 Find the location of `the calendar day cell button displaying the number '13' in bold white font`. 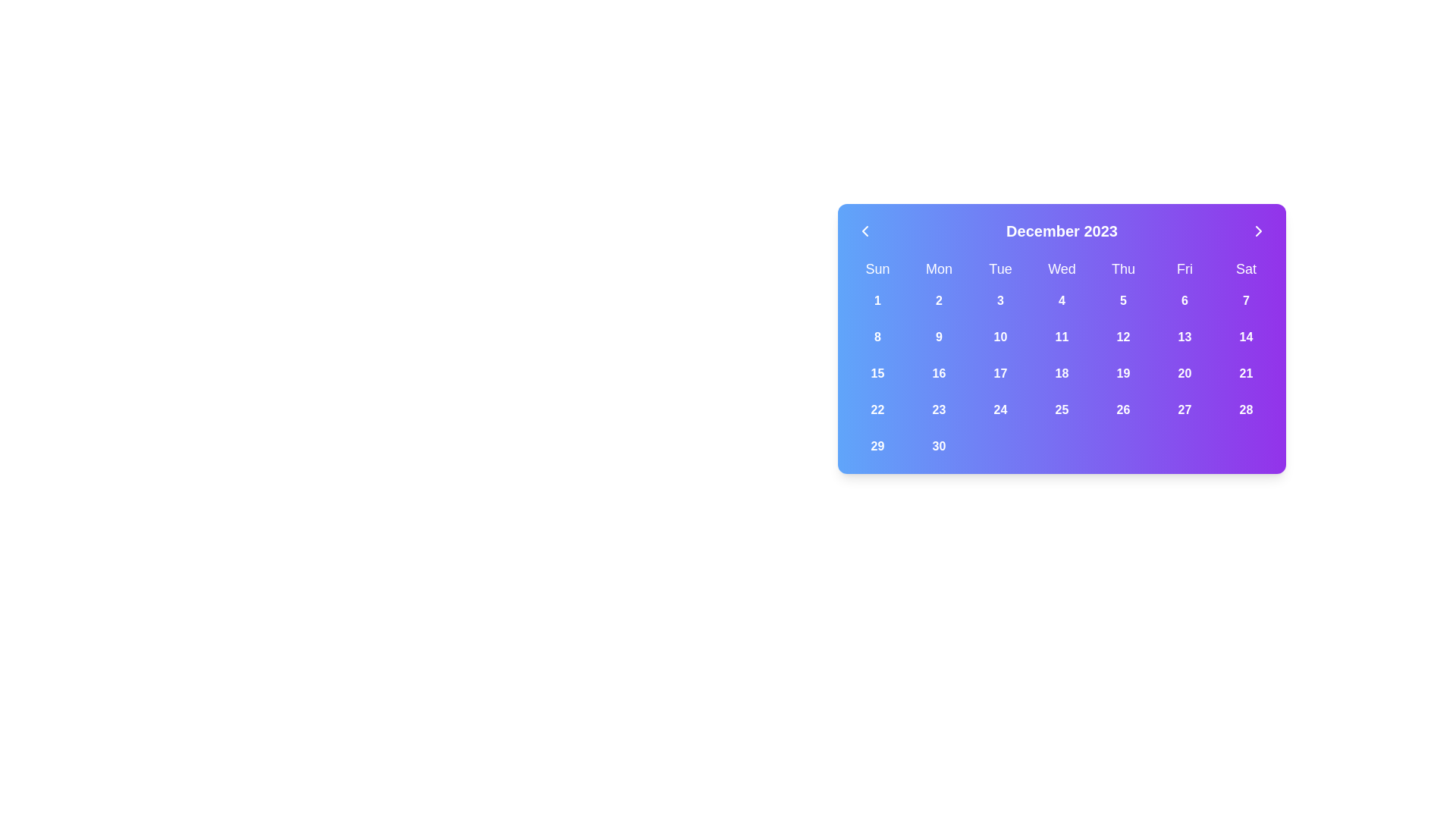

the calendar day cell button displaying the number '13' in bold white font is located at coordinates (1184, 336).